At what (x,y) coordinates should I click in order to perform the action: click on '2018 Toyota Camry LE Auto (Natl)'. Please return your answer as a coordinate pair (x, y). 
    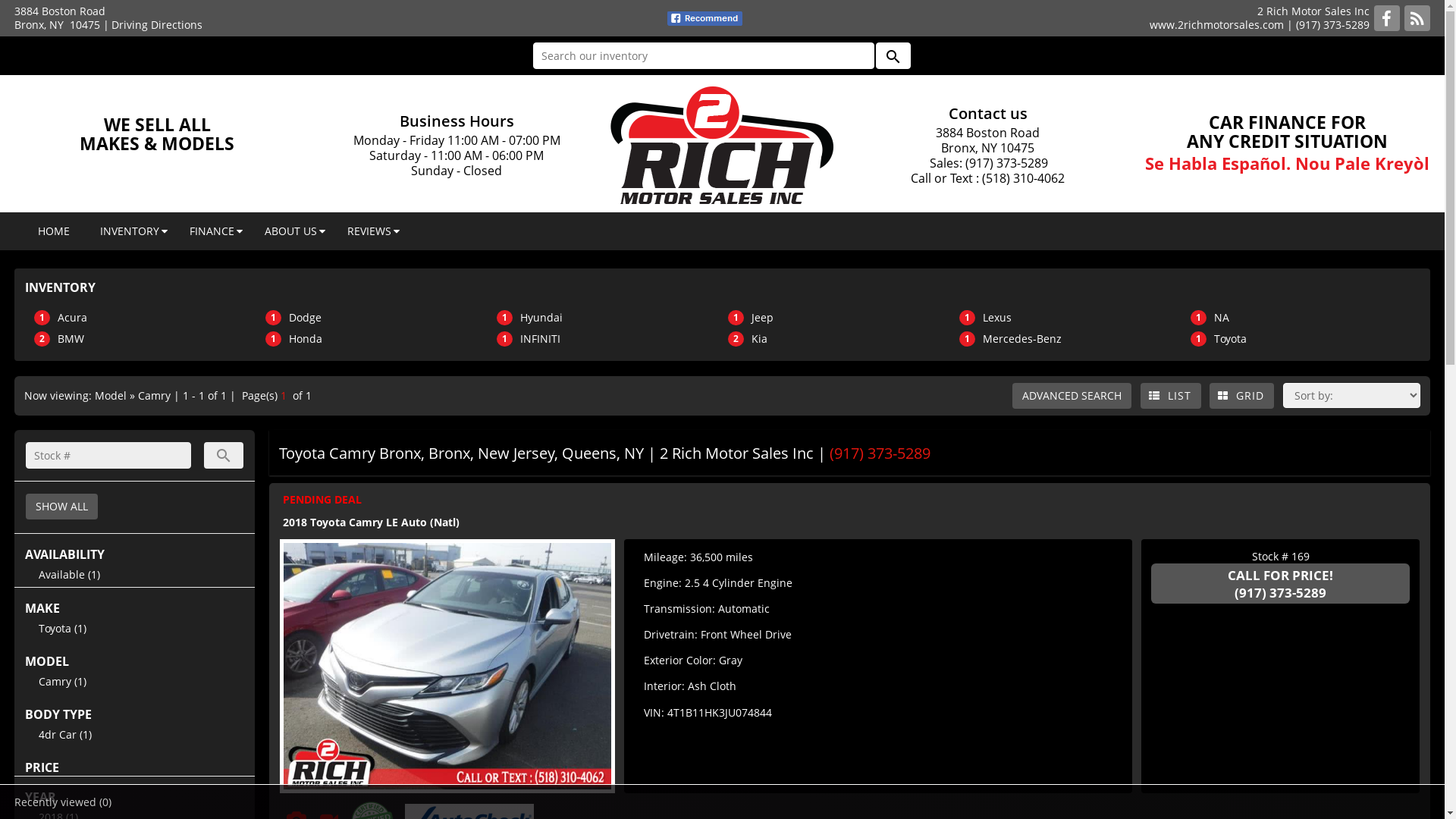
    Looking at the image, I should click on (371, 521).